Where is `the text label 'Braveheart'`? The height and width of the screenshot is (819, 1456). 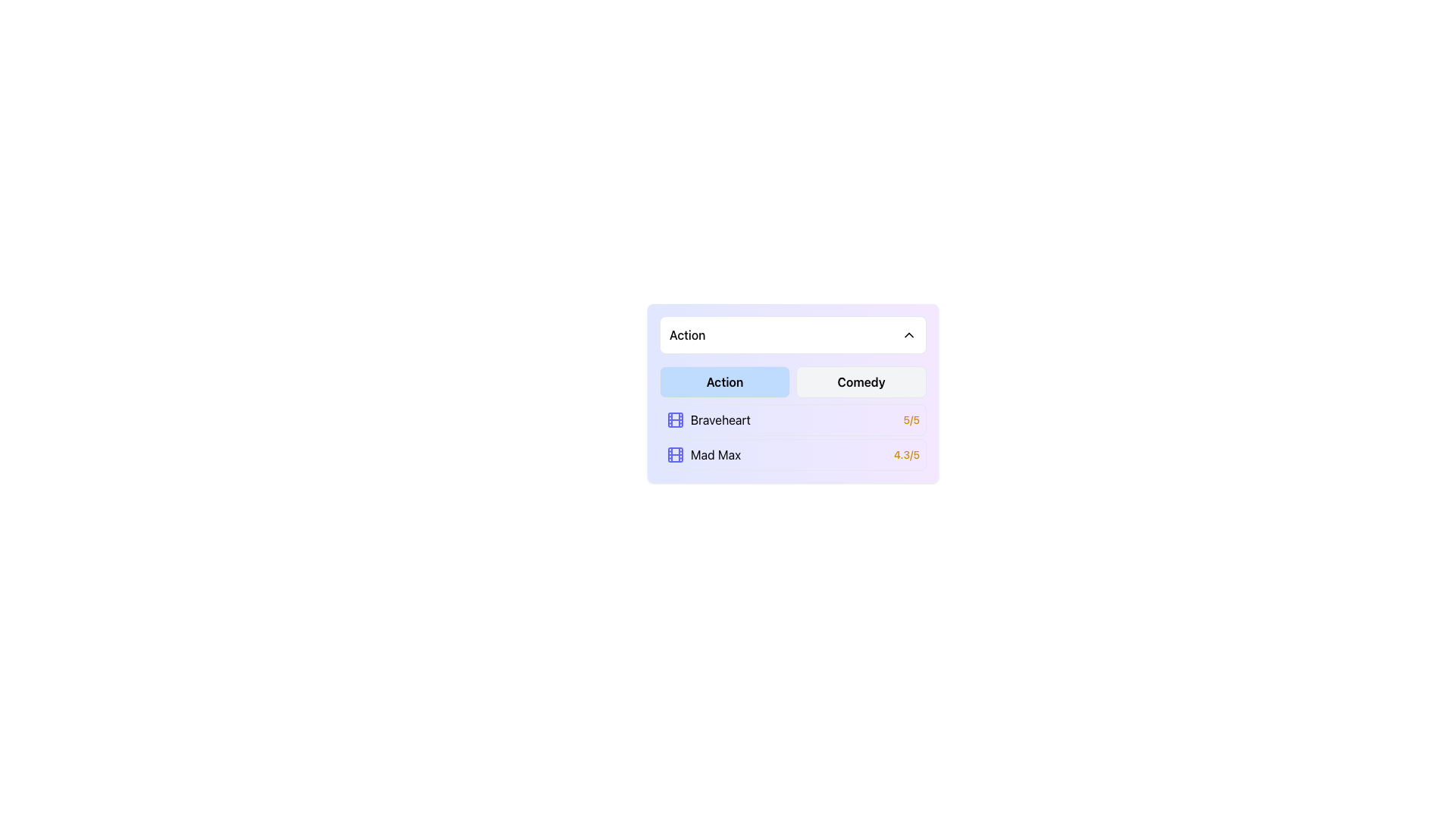
the text label 'Braveheart' is located at coordinates (720, 420).